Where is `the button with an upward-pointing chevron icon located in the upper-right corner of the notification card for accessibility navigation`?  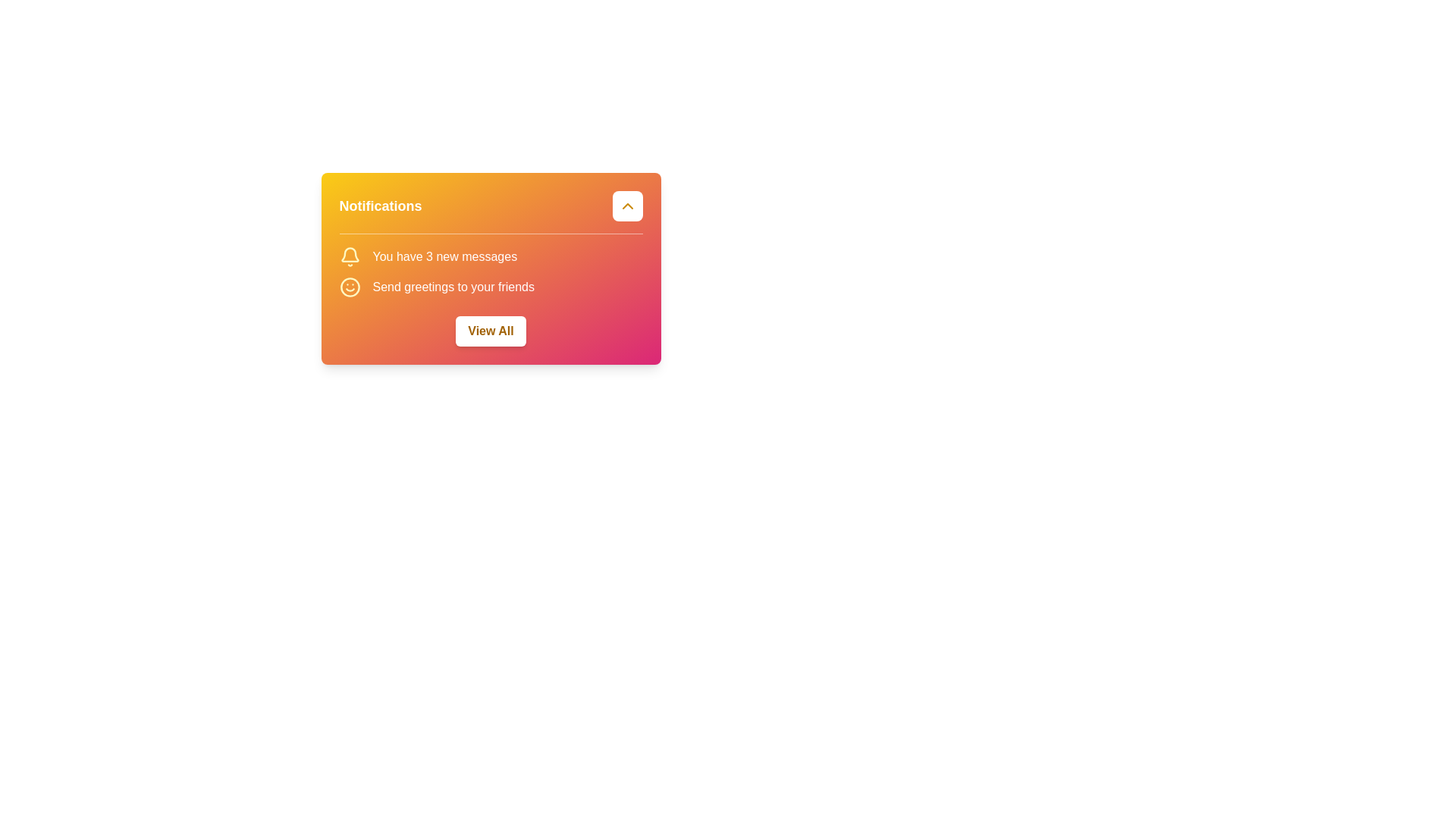 the button with an upward-pointing chevron icon located in the upper-right corner of the notification card for accessibility navigation is located at coordinates (627, 206).